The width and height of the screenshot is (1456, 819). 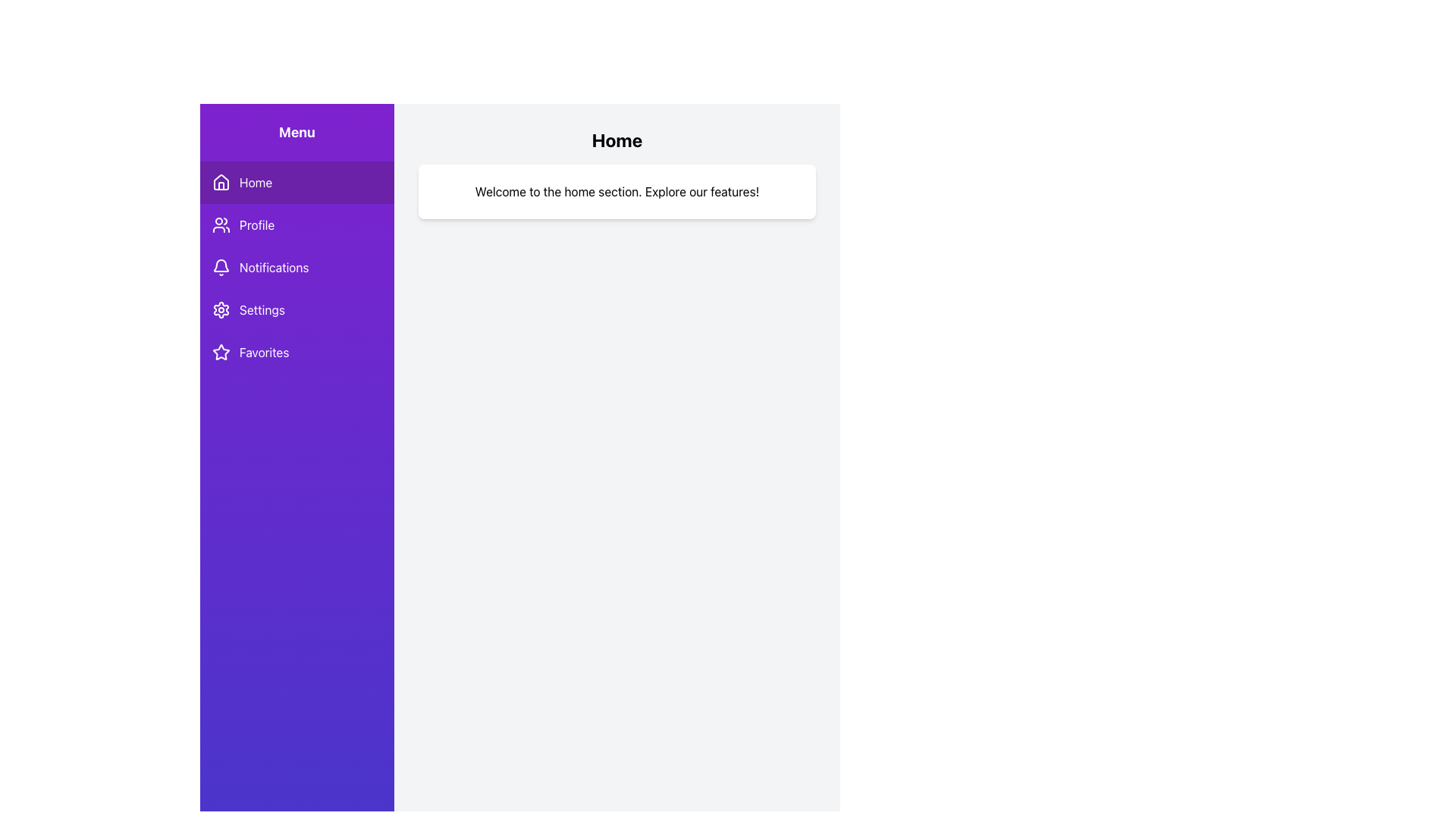 What do you see at coordinates (221, 265) in the screenshot?
I see `the bell icon representing notifications located in the left navigation bar, adjacent to the 'Notifications' text` at bounding box center [221, 265].